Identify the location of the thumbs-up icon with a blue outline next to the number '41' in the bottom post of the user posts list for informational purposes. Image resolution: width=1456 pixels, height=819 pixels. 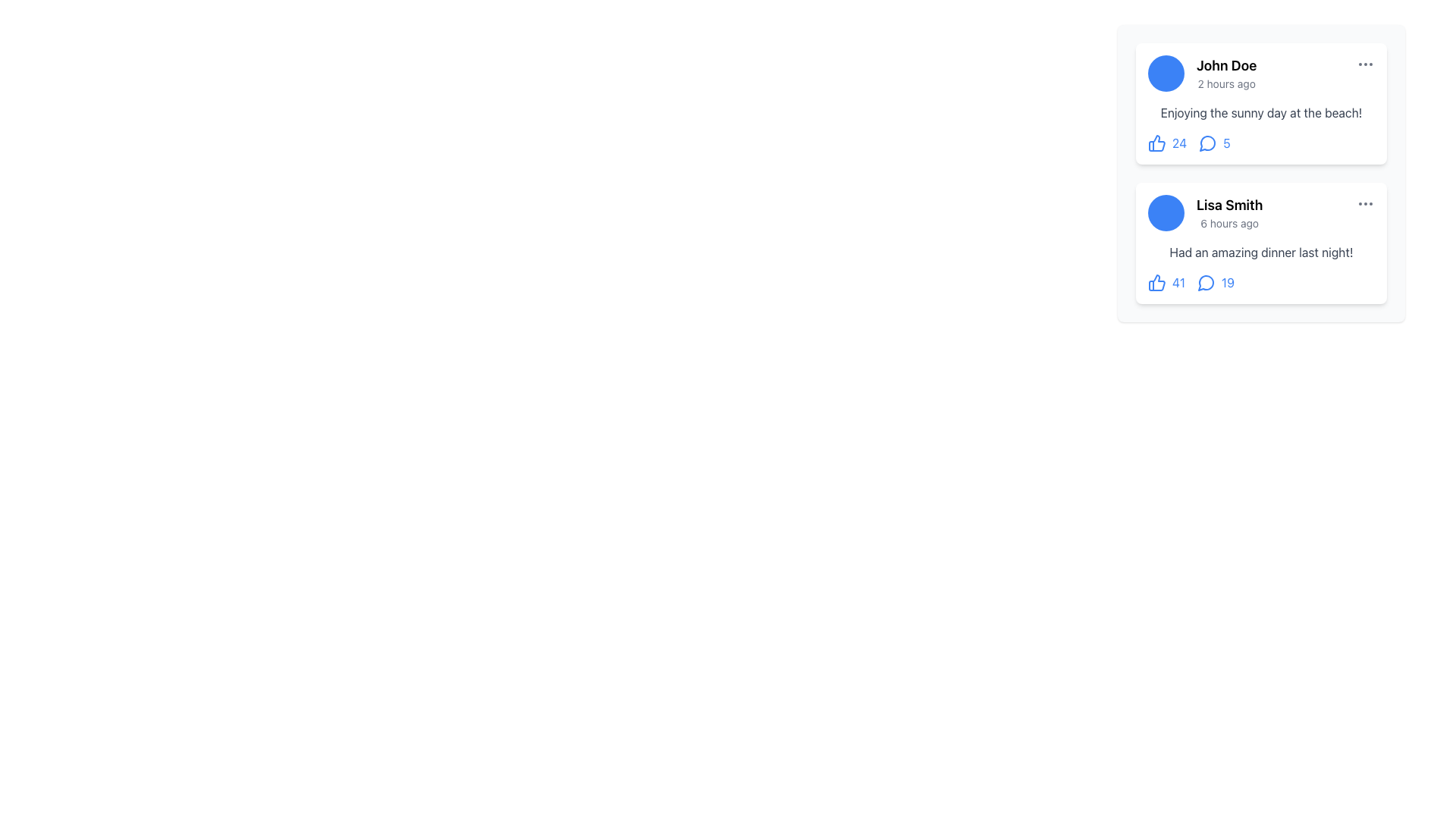
(1156, 283).